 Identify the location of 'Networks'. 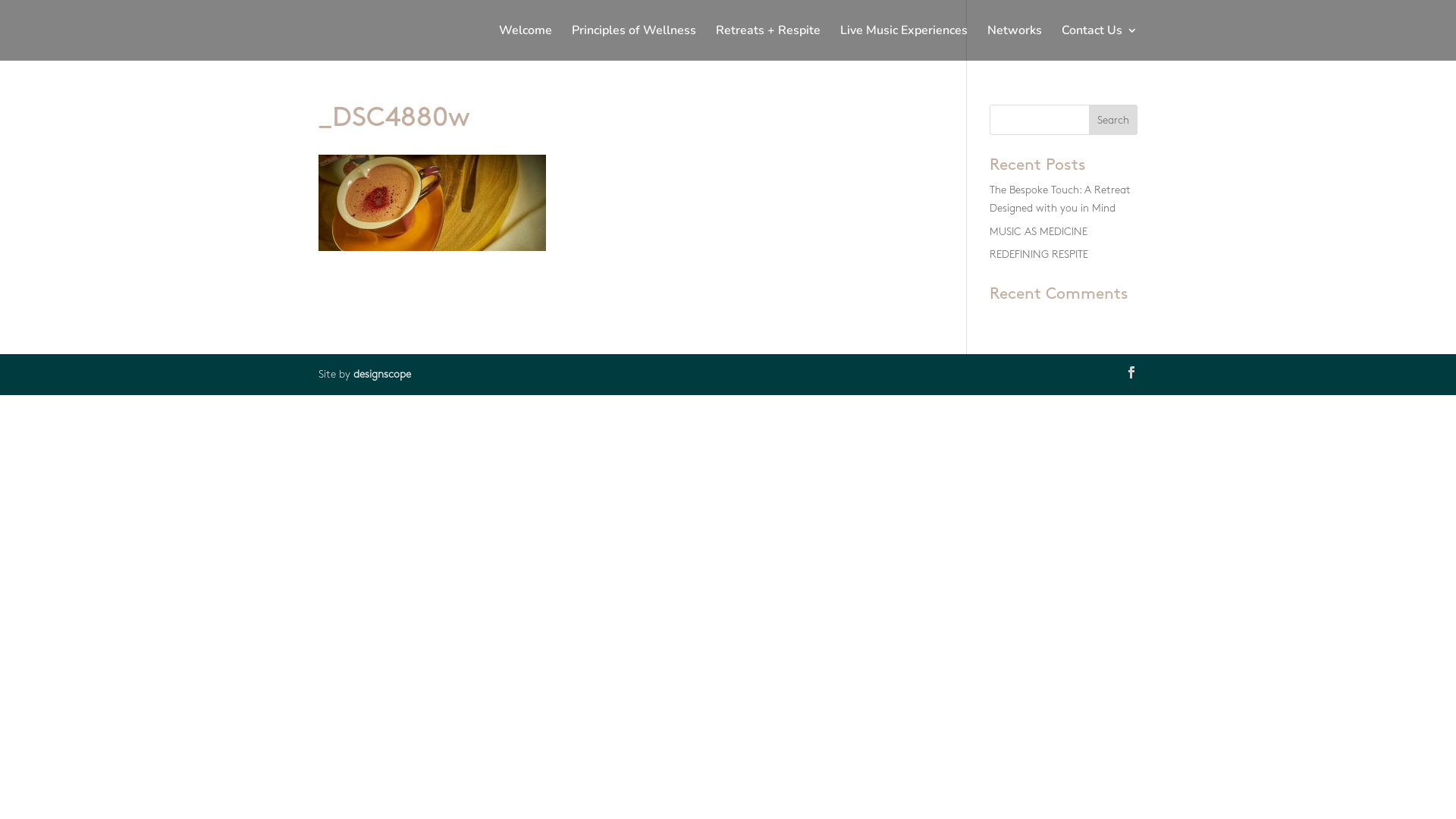
(987, 42).